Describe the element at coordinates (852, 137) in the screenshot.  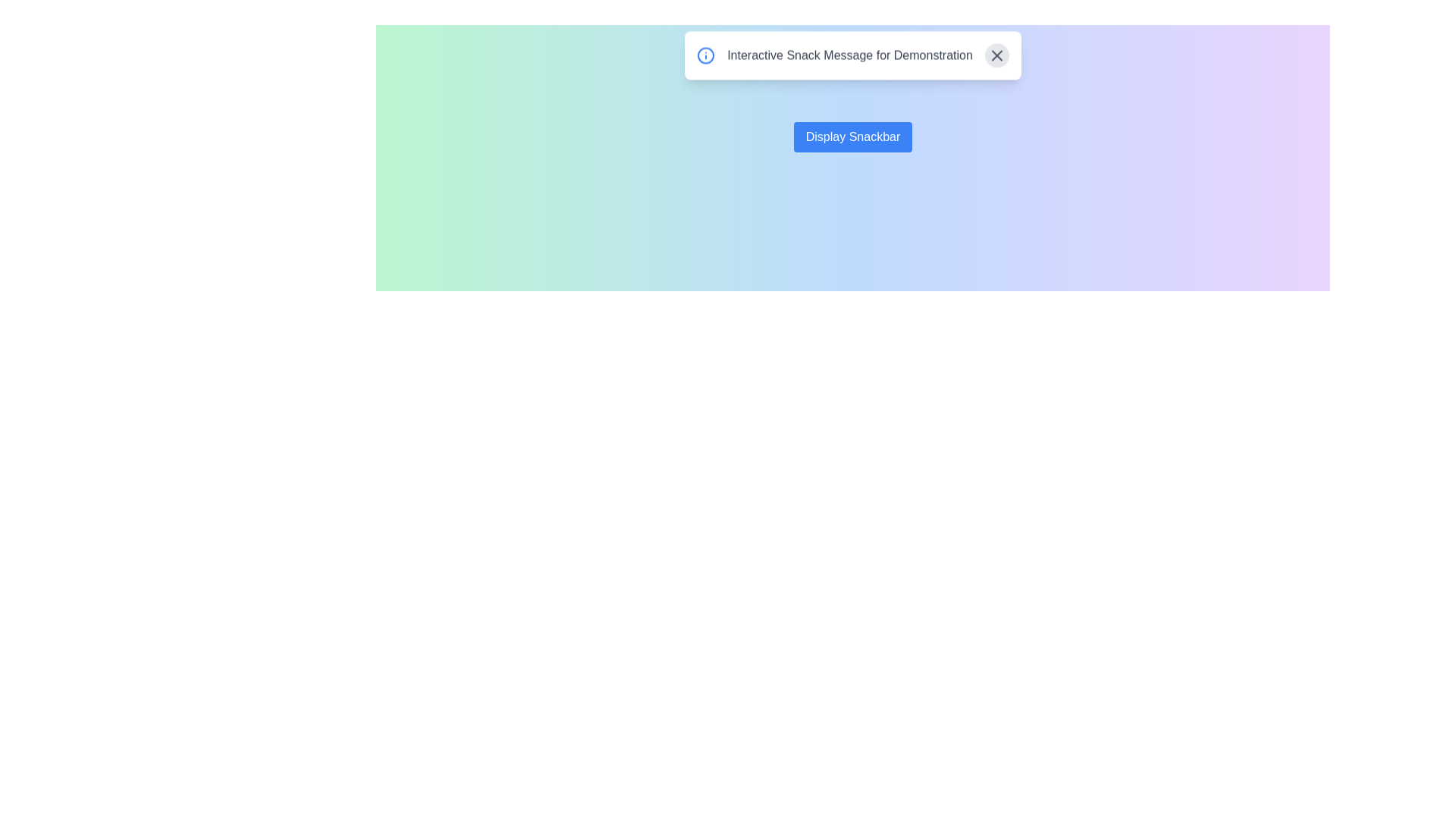
I see `the blue button labeled 'Display Snackbar' that is positioned below the notification bar` at that location.